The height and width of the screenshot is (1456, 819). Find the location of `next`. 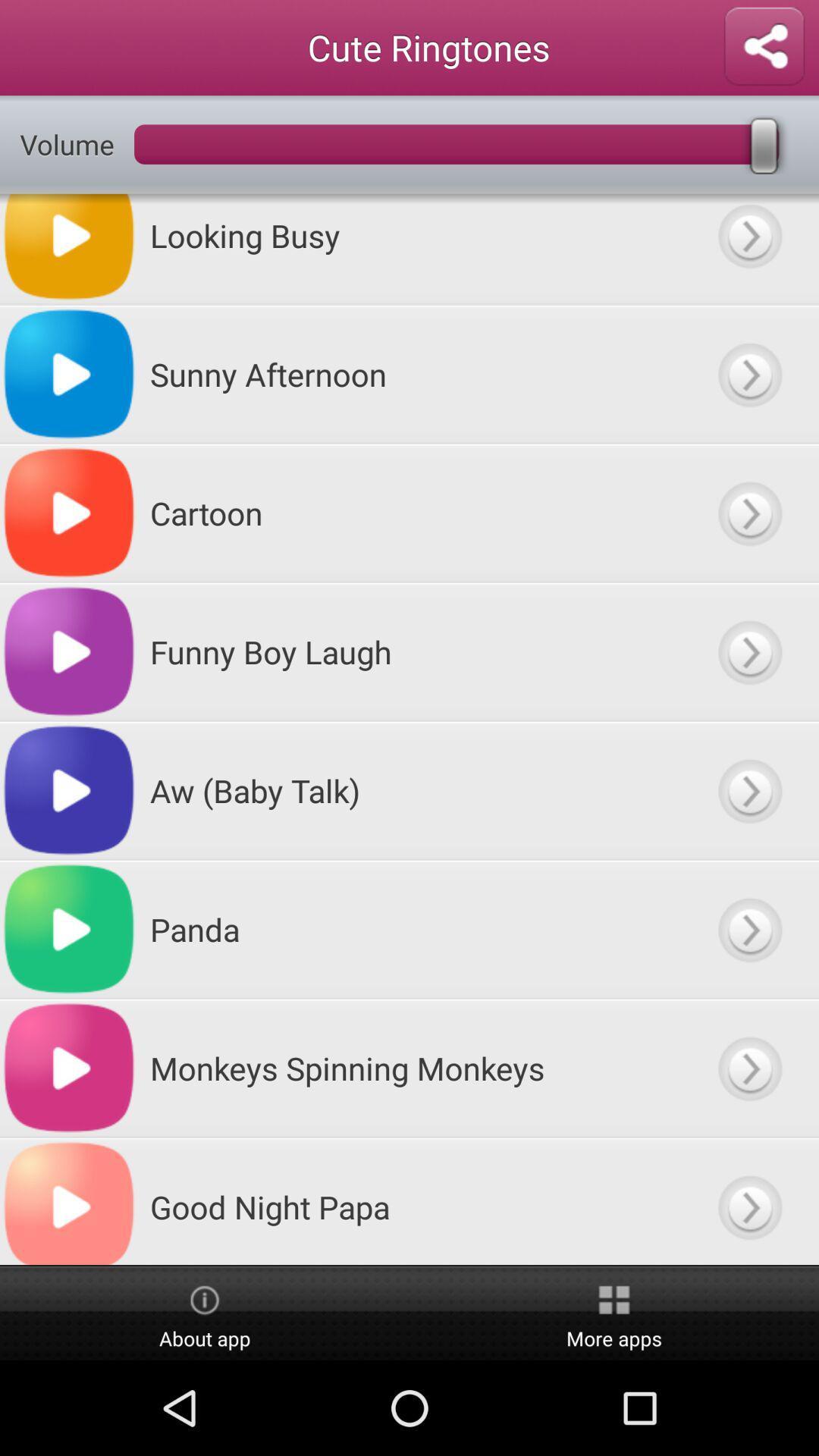

next is located at coordinates (748, 1200).